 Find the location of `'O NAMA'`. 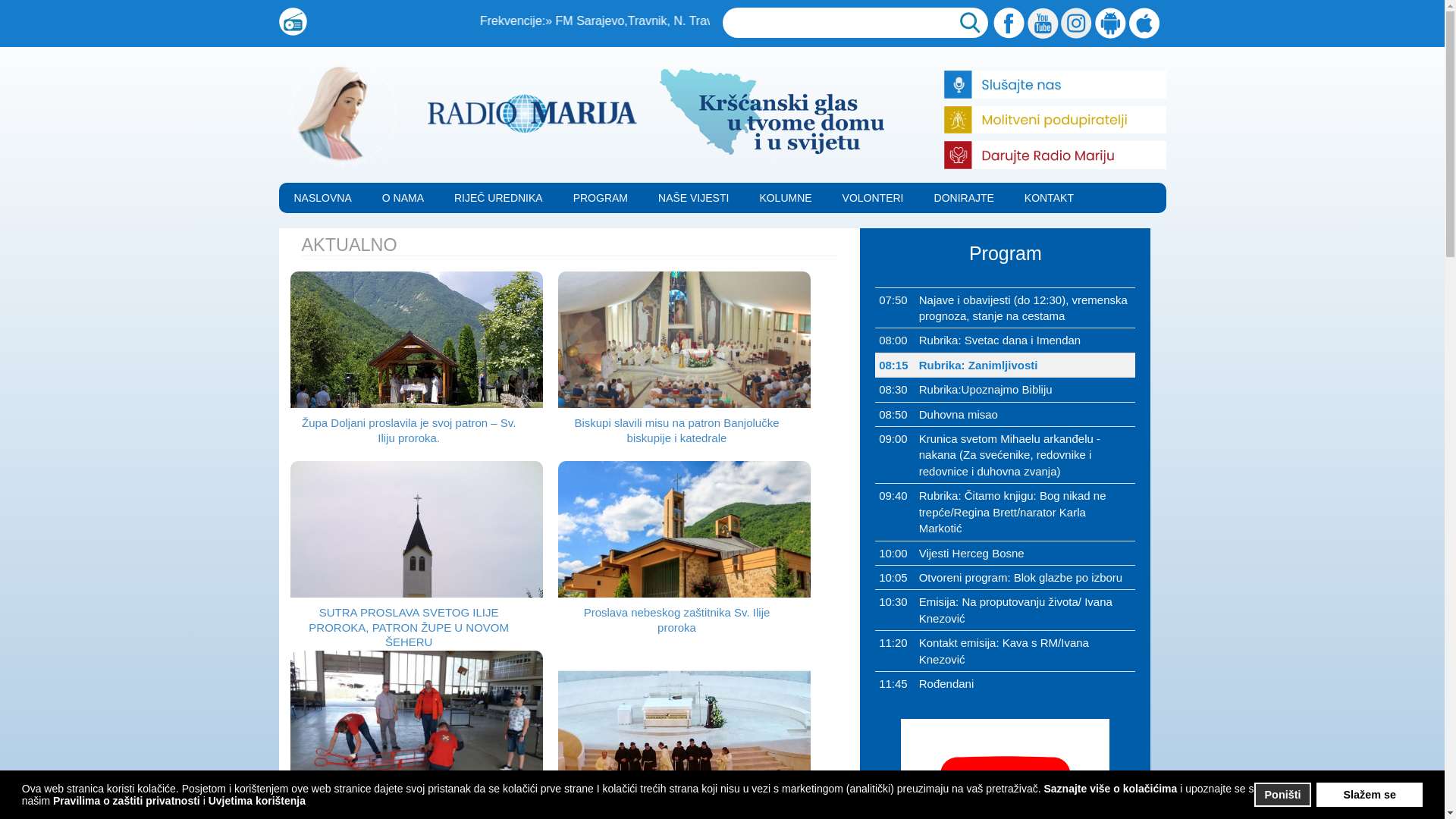

'O NAMA' is located at coordinates (403, 197).